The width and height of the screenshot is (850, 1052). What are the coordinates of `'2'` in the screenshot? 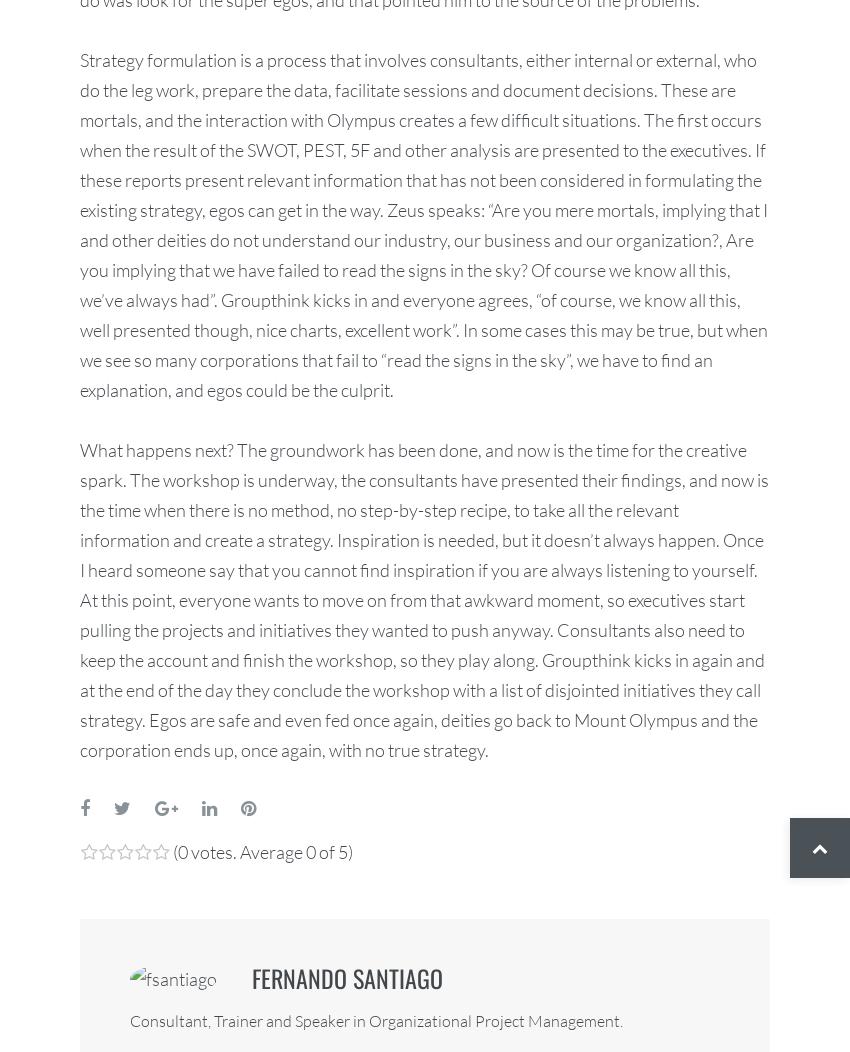 It's located at (106, 871).